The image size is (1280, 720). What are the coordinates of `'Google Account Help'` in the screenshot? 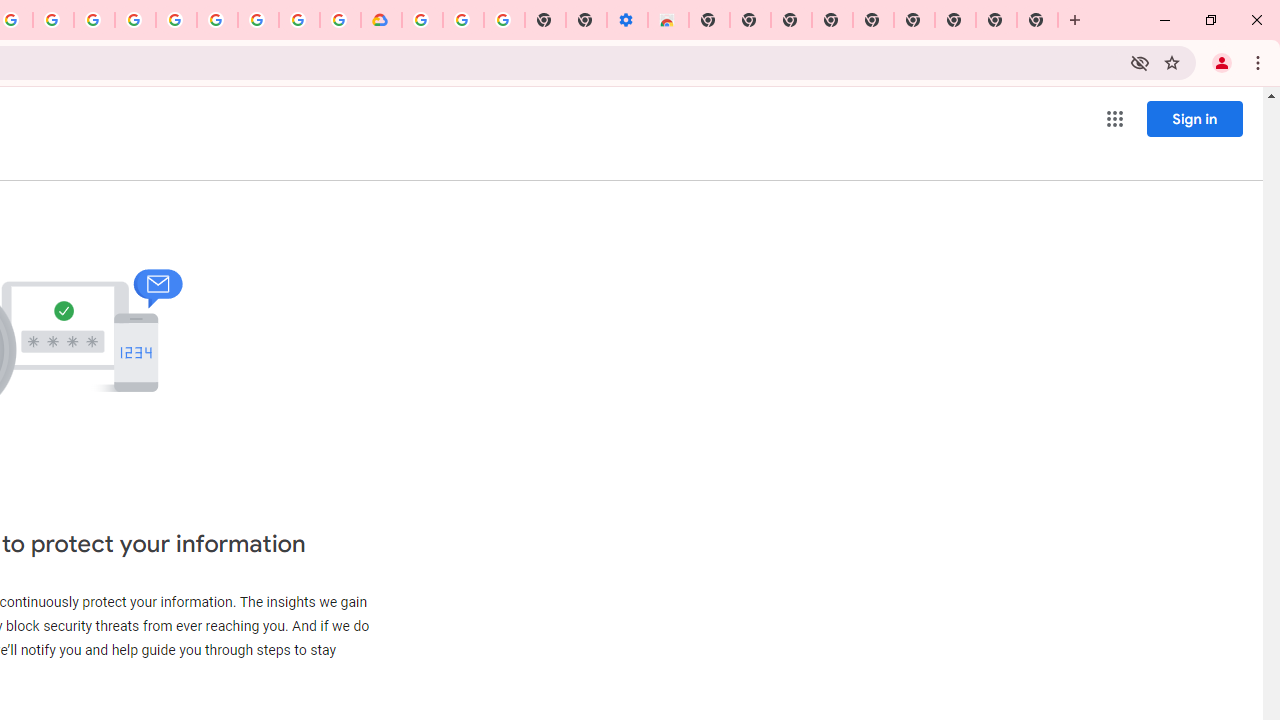 It's located at (462, 20).